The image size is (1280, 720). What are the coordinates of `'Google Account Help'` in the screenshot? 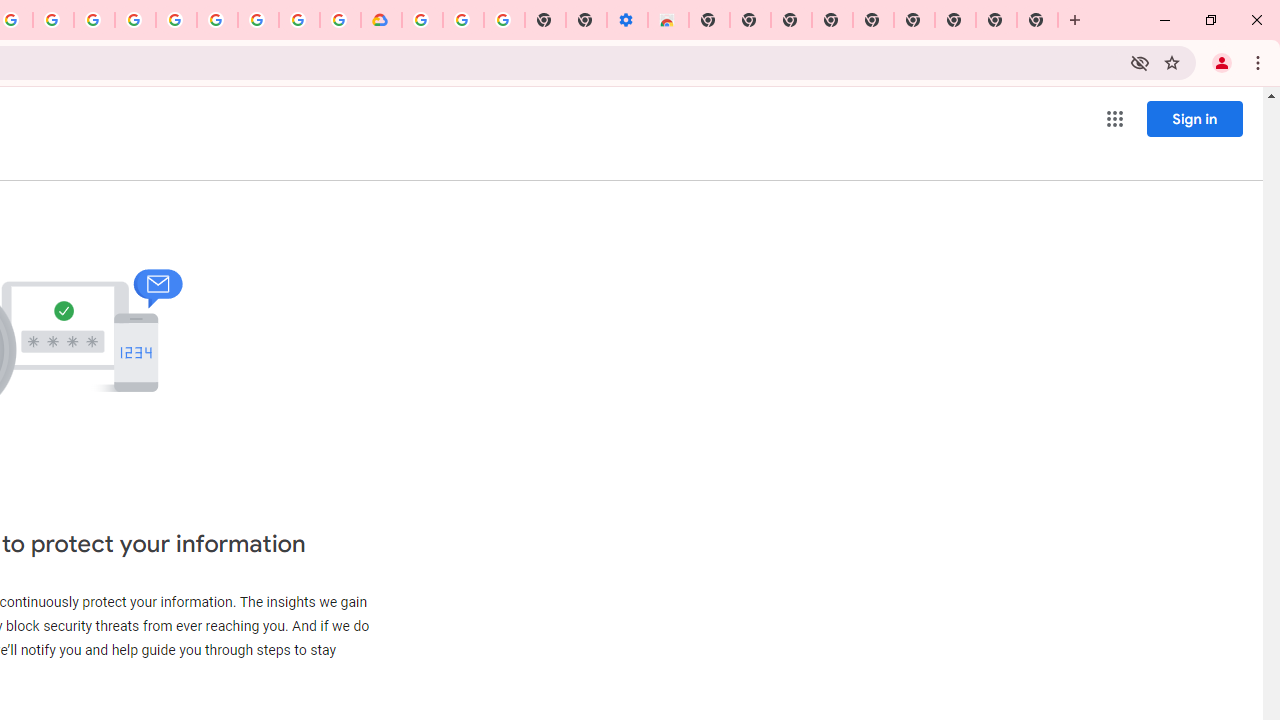 It's located at (462, 20).